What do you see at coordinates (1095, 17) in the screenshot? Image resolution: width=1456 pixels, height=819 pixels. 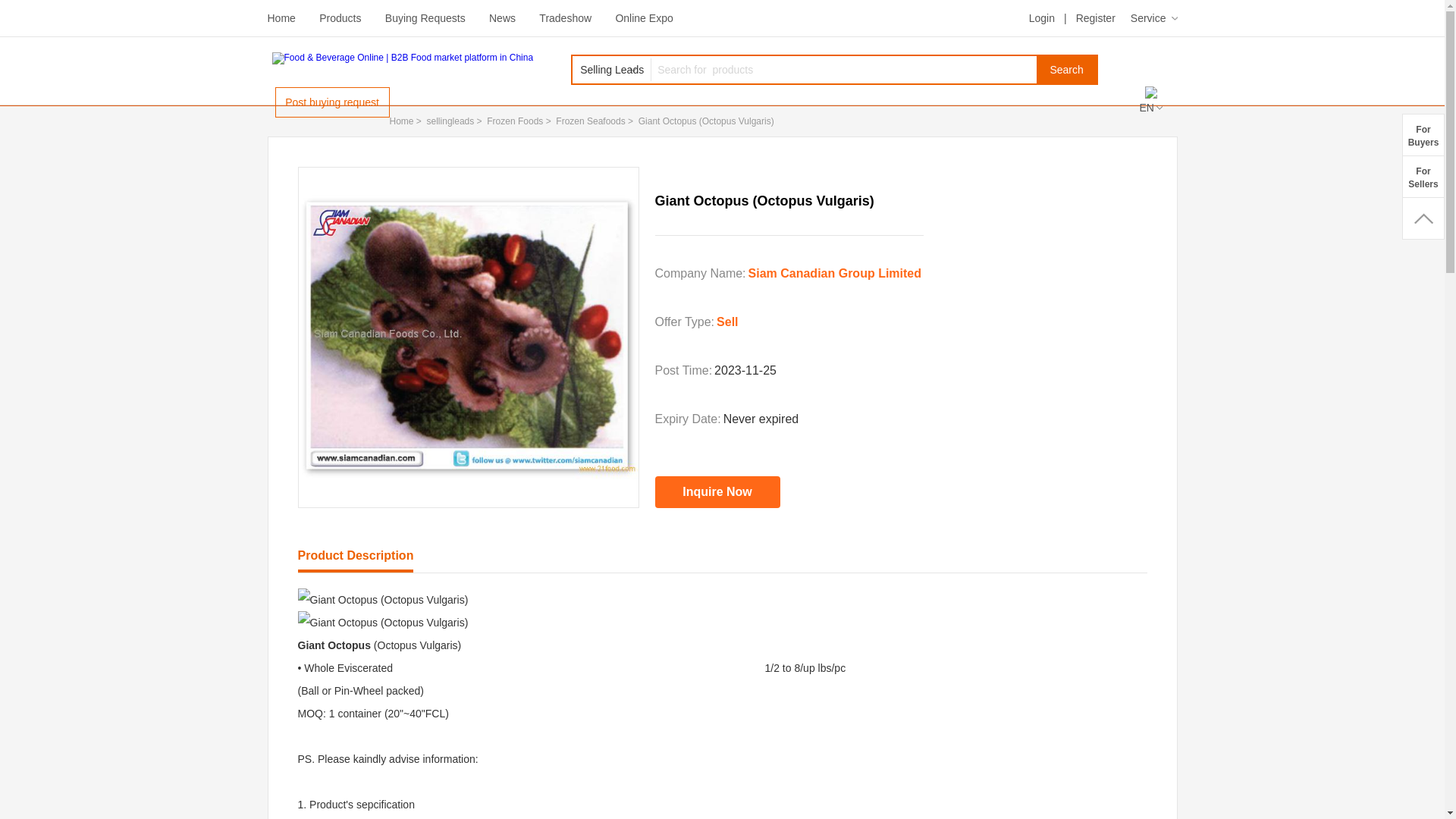 I see `'Register'` at bounding box center [1095, 17].